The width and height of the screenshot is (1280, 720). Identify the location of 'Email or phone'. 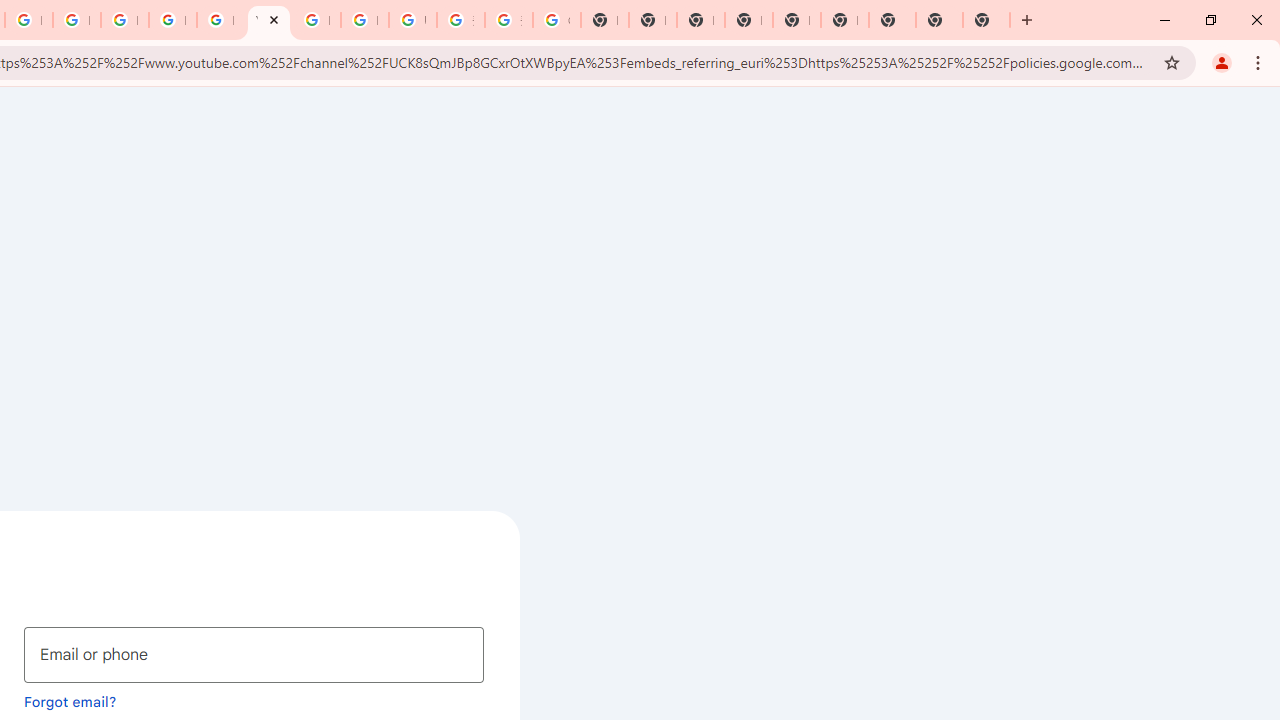
(253, 654).